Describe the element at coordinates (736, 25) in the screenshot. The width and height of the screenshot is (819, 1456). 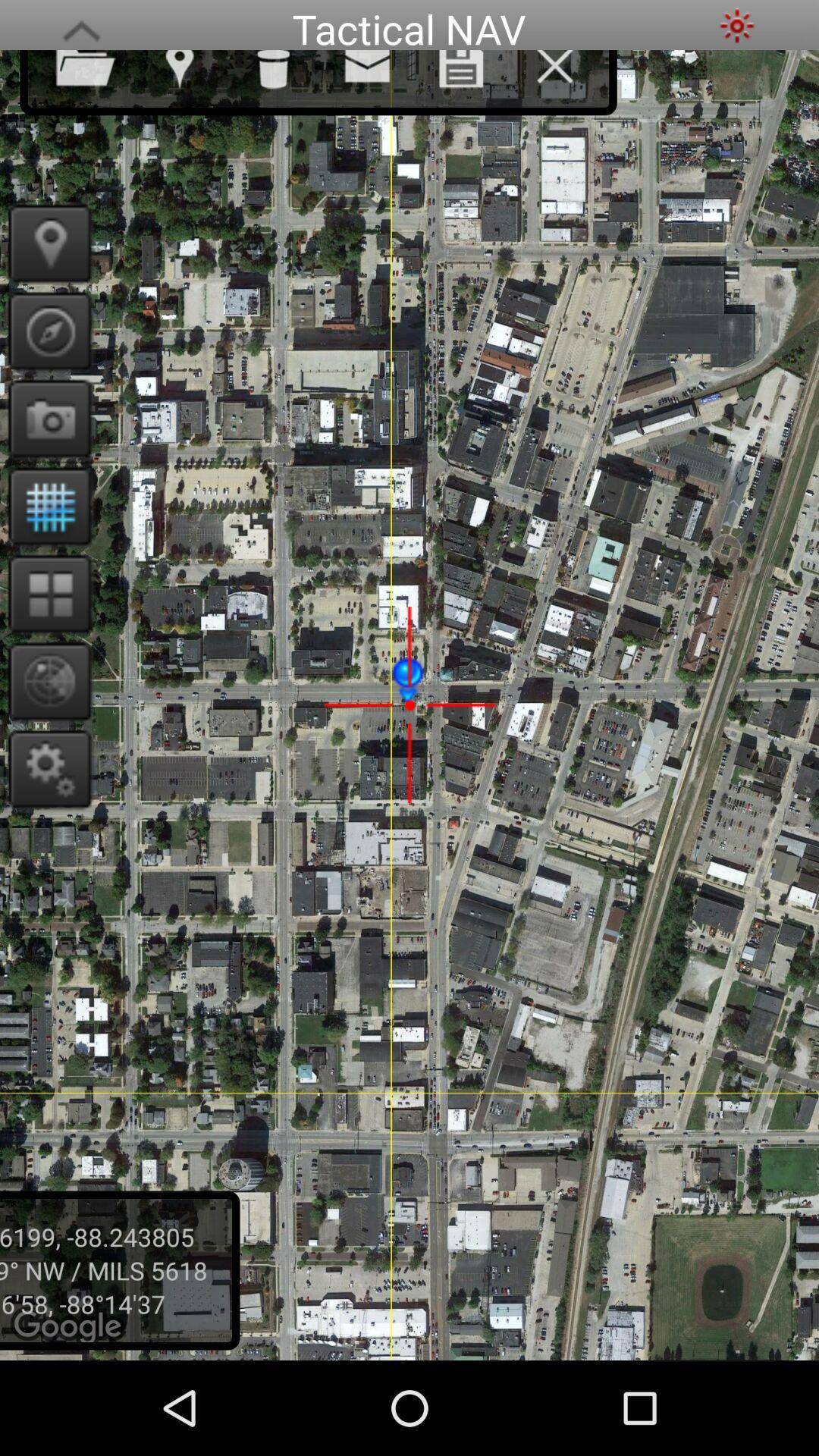
I see `icon at the top right corner` at that location.